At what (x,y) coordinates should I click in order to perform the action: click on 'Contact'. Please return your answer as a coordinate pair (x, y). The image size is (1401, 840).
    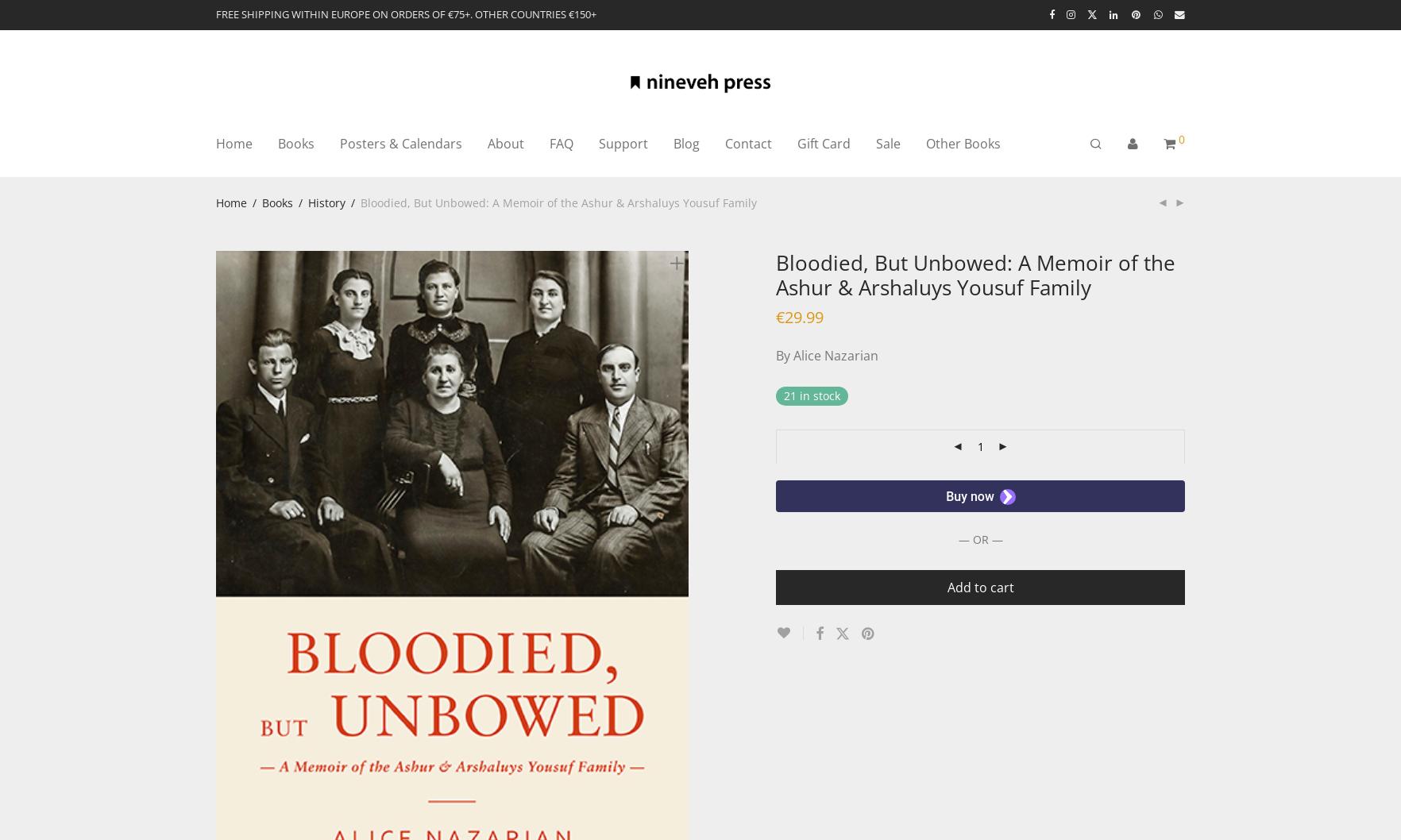
    Looking at the image, I should click on (725, 144).